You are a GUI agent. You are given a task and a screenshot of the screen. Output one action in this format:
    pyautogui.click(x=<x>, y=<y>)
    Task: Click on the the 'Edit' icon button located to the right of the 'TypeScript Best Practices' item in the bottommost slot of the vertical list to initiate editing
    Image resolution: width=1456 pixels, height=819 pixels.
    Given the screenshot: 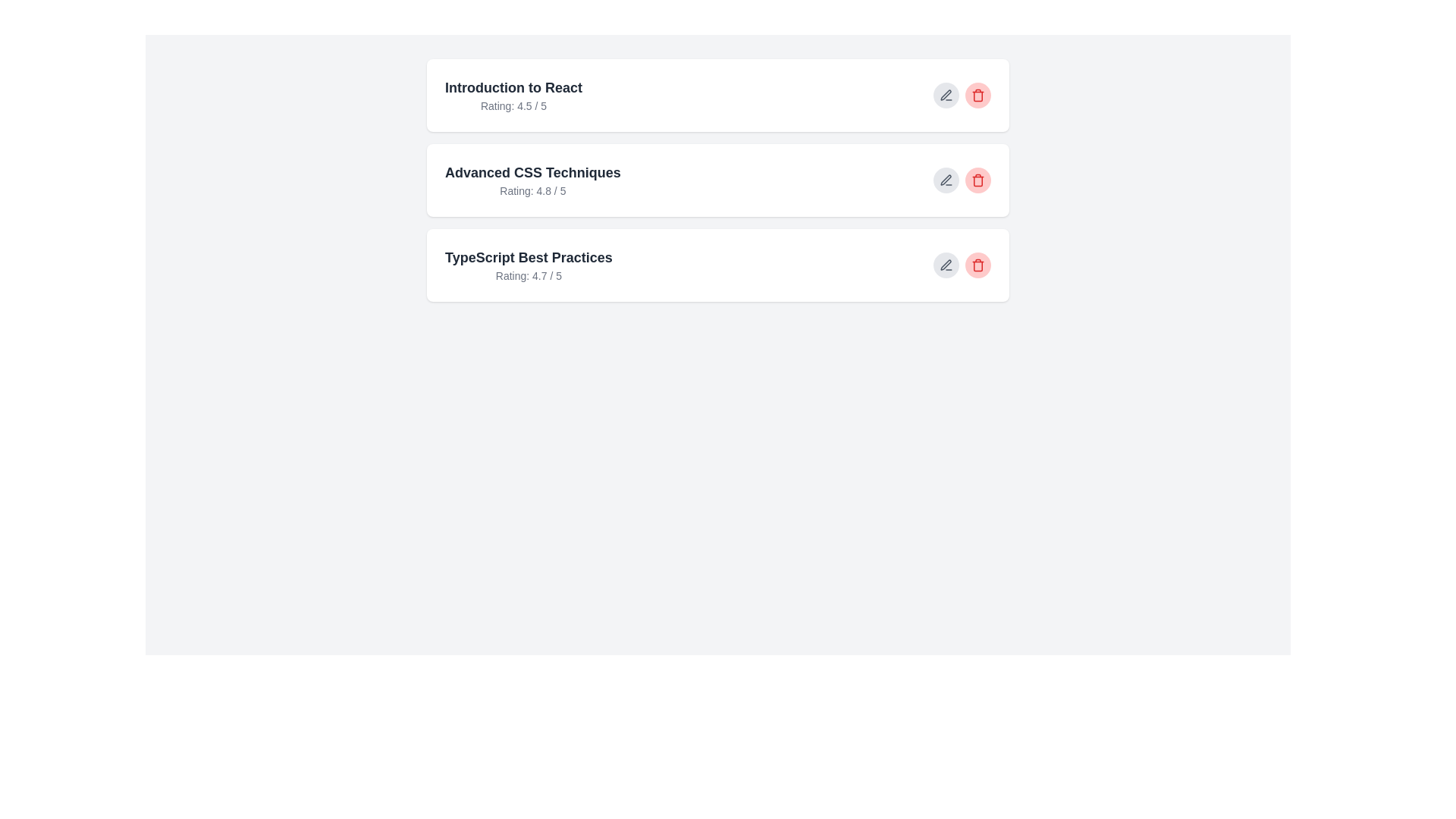 What is the action you would take?
    pyautogui.click(x=946, y=265)
    